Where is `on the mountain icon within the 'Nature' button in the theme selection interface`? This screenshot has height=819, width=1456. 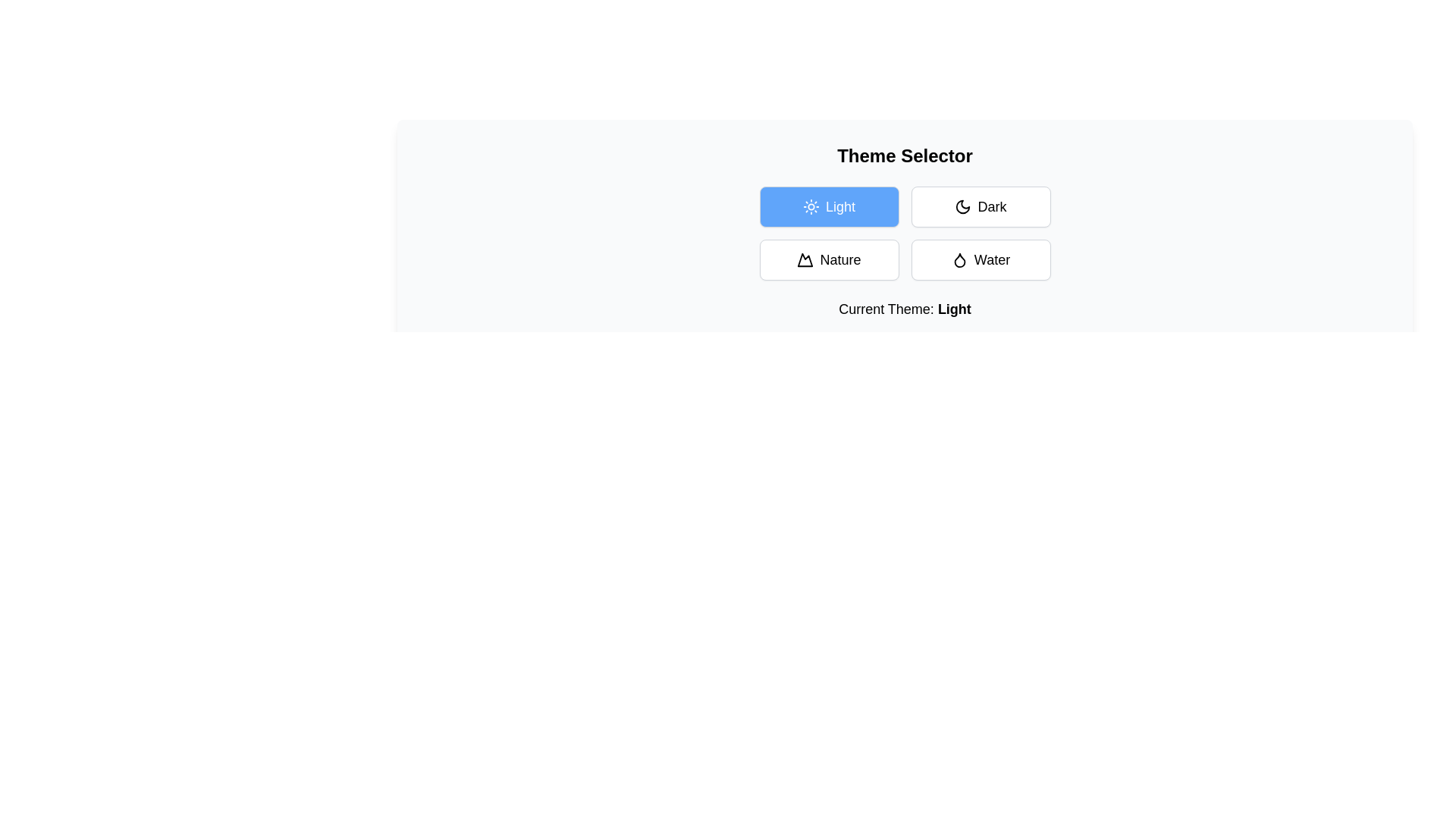 on the mountain icon within the 'Nature' button in the theme selection interface is located at coordinates (805, 259).